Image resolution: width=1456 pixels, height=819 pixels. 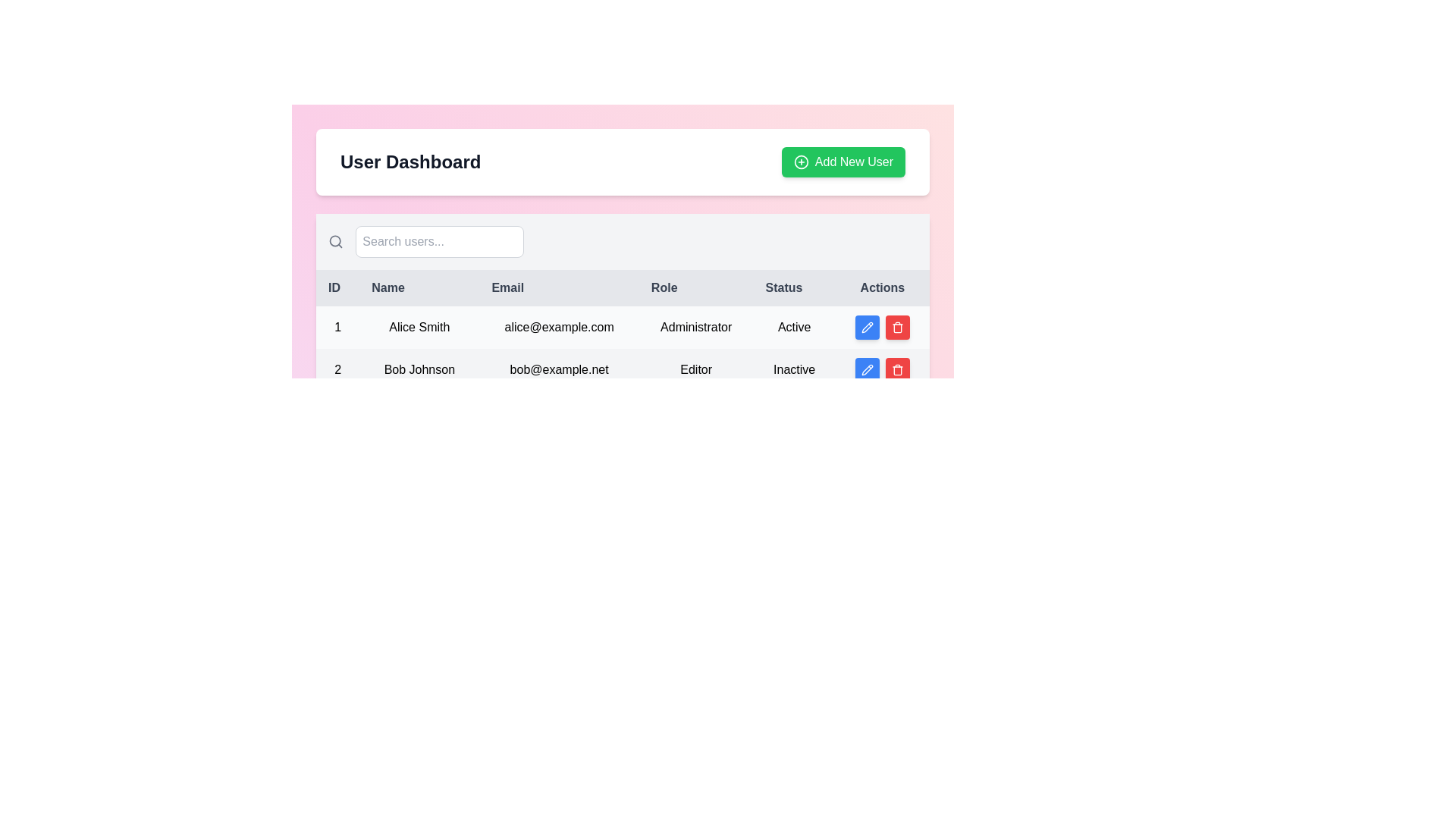 I want to click on the delete button associated with the data row for Bob Johnson, so click(x=897, y=327).